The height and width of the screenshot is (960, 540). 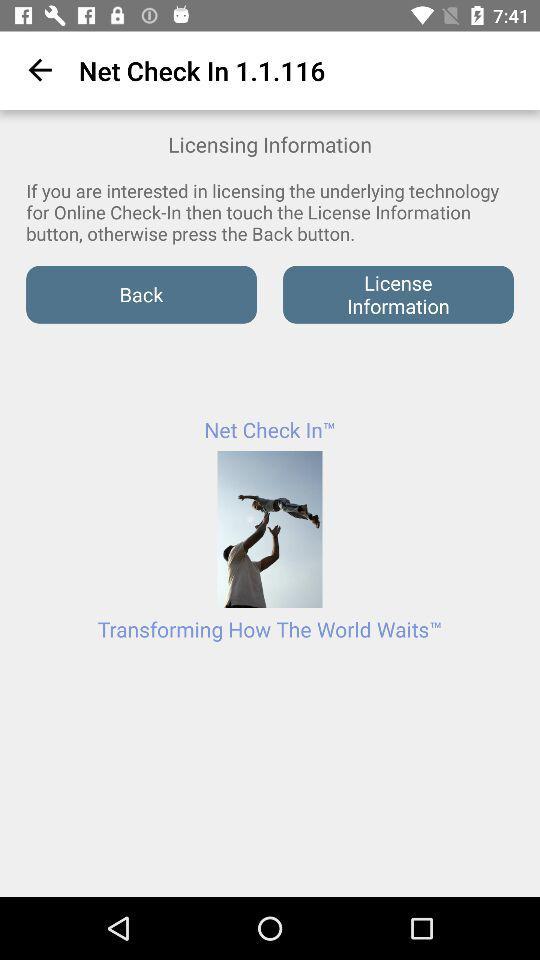 What do you see at coordinates (36, 70) in the screenshot?
I see `icon above the licensing information icon` at bounding box center [36, 70].